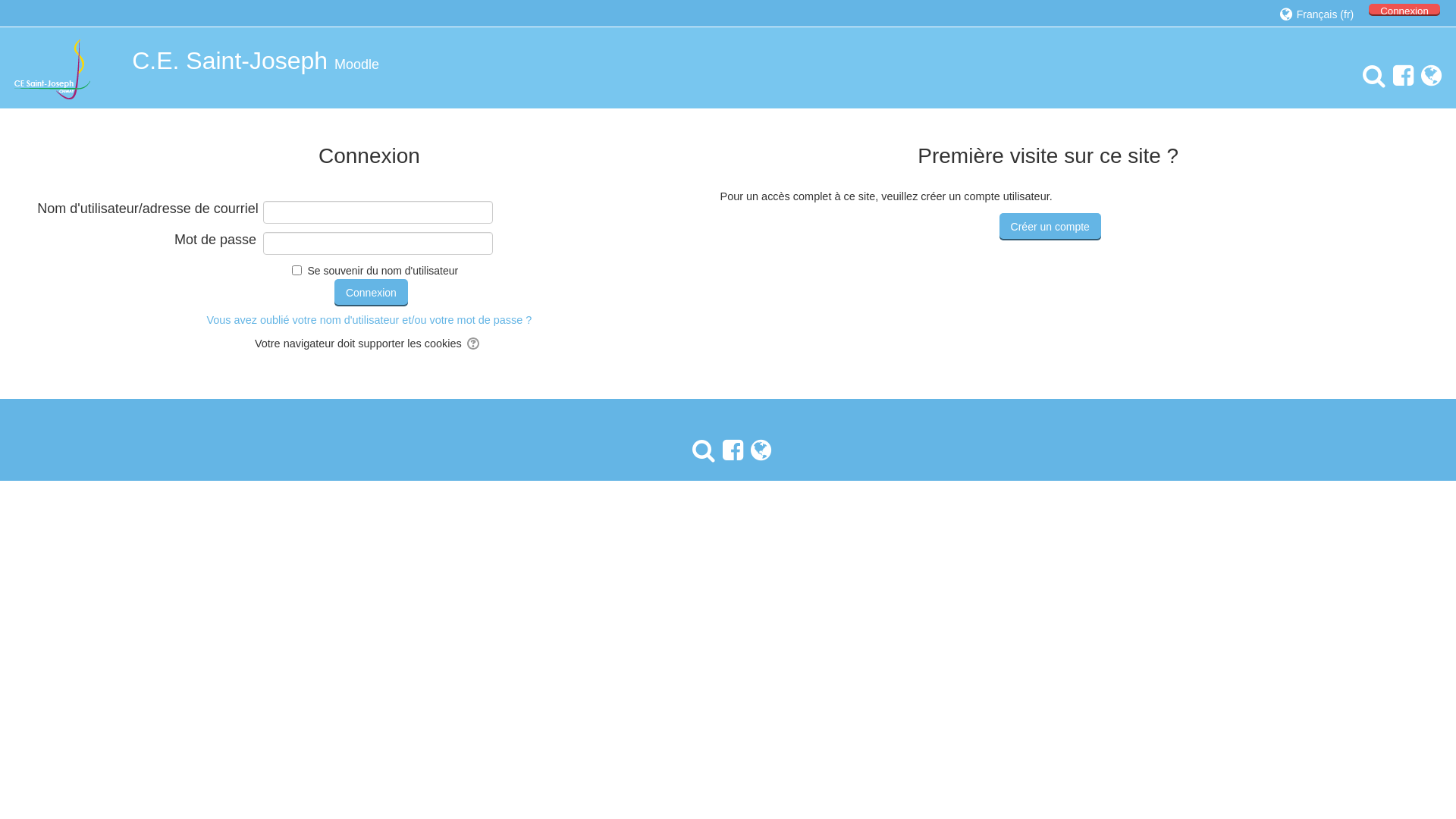  What do you see at coordinates (757, 450) in the screenshot?
I see `'Site Web'` at bounding box center [757, 450].